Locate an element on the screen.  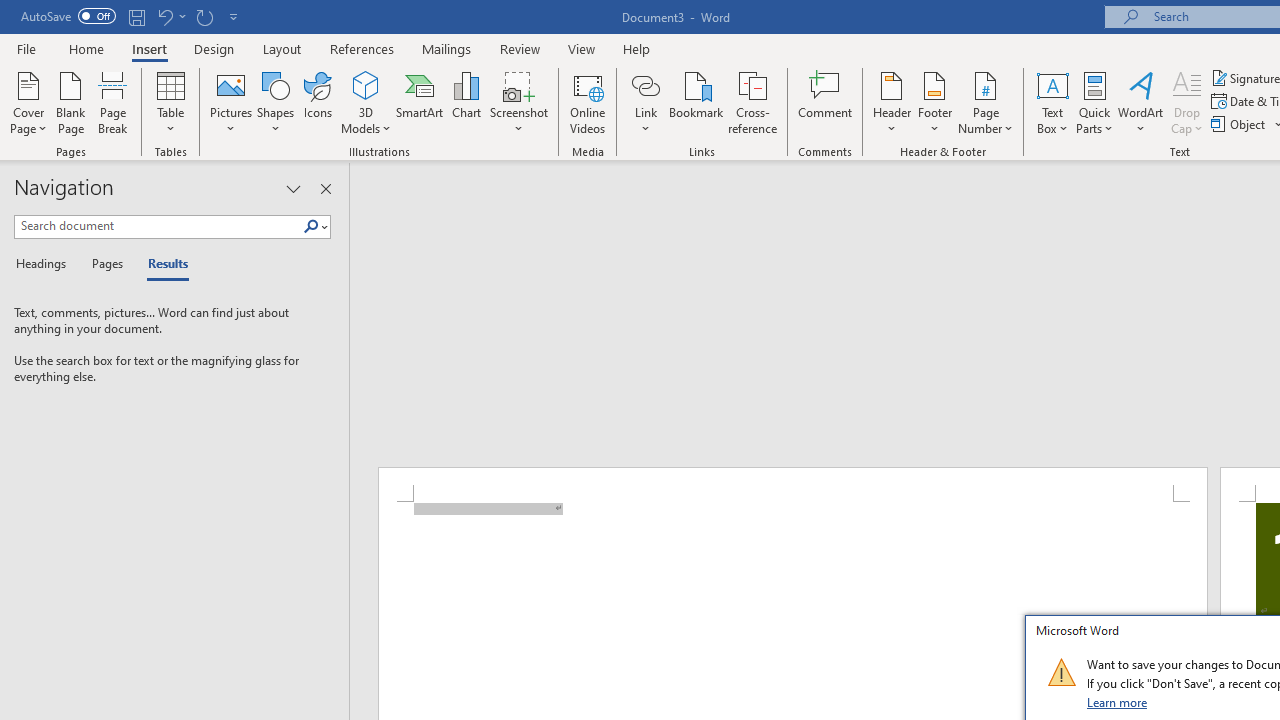
'View' is located at coordinates (581, 48).